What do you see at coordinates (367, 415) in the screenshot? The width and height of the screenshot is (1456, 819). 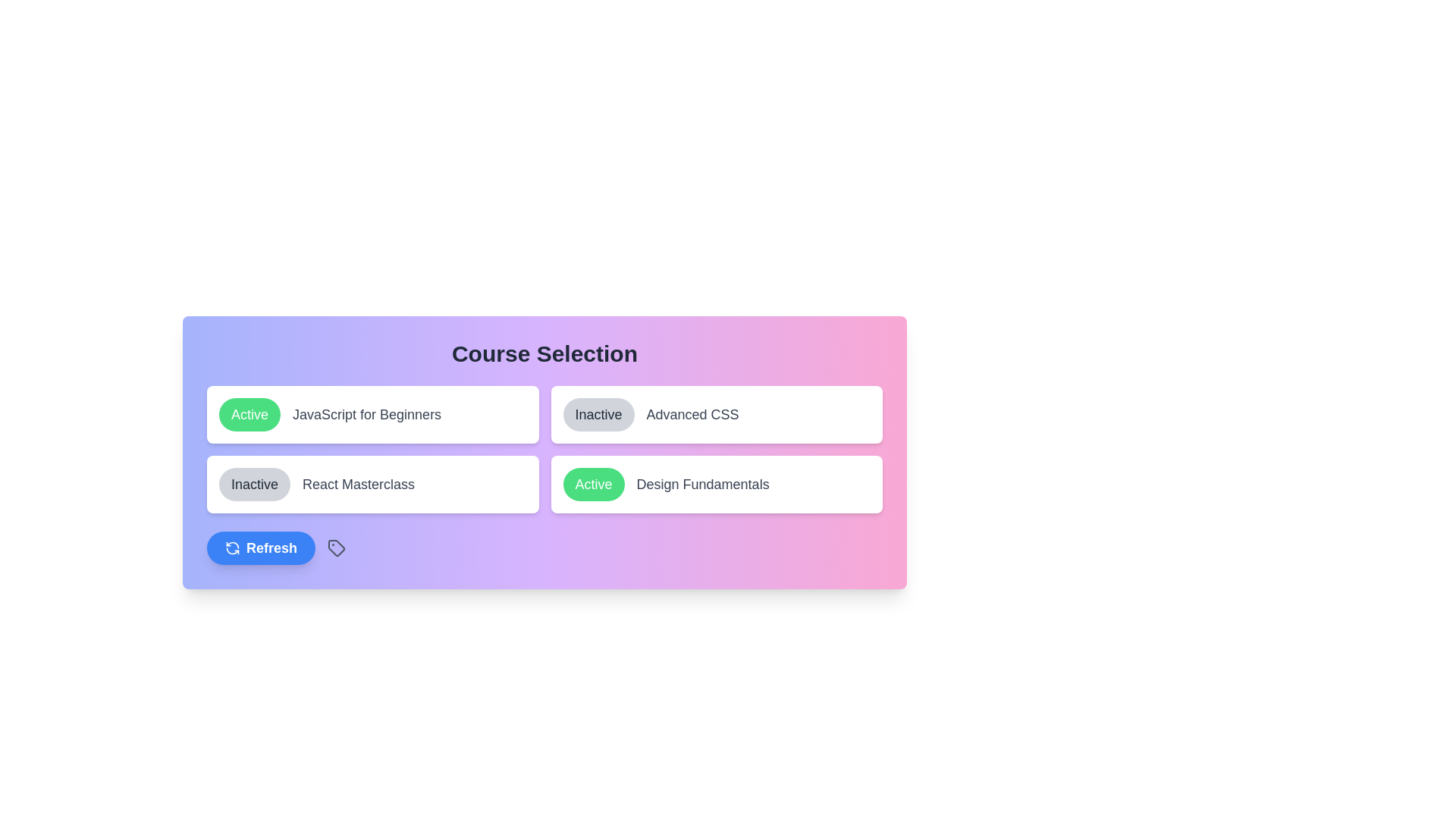 I see `text of the label indicating the course titled 'JavaScript for Beginners', which is positioned to the right of the green button labeled 'Active' in the Course Selection section` at bounding box center [367, 415].